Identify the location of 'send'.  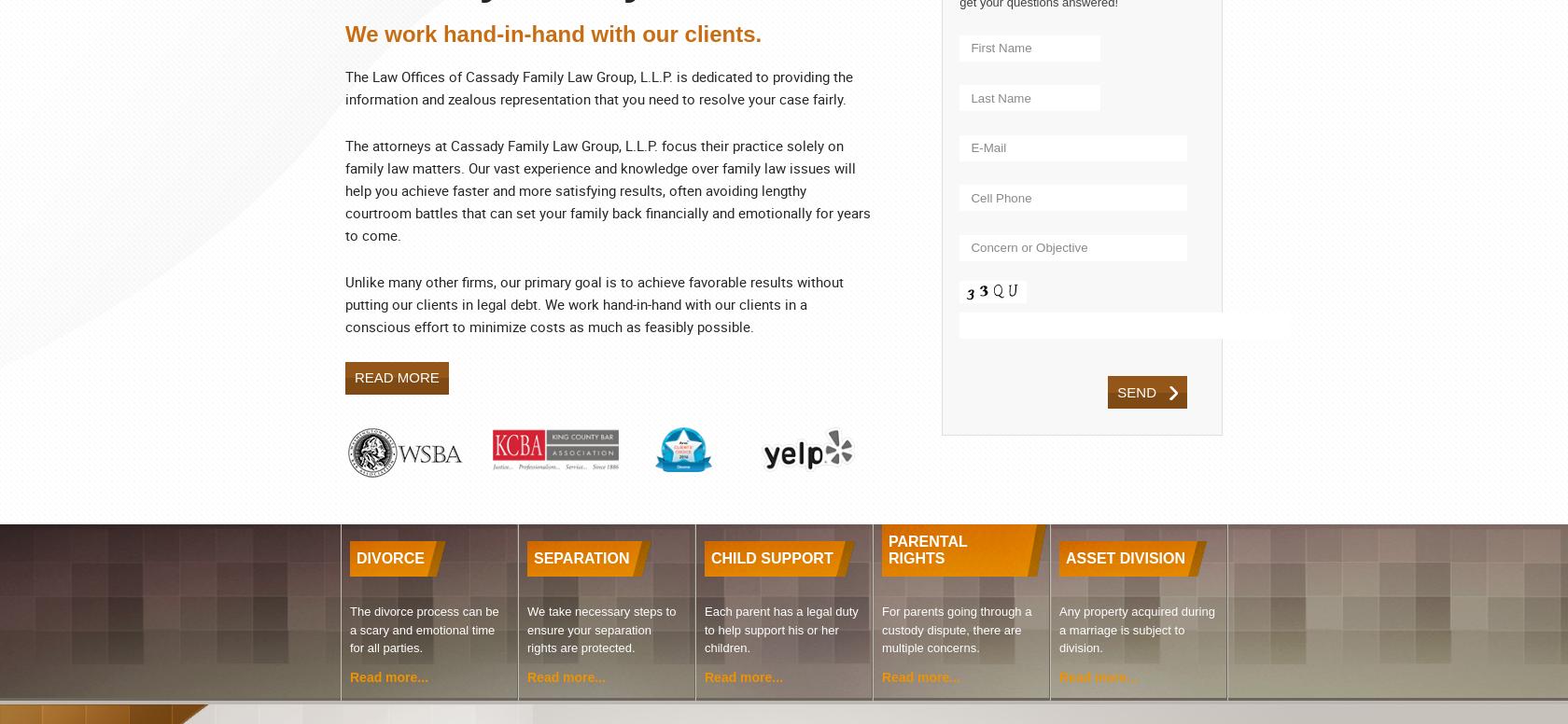
(1137, 391).